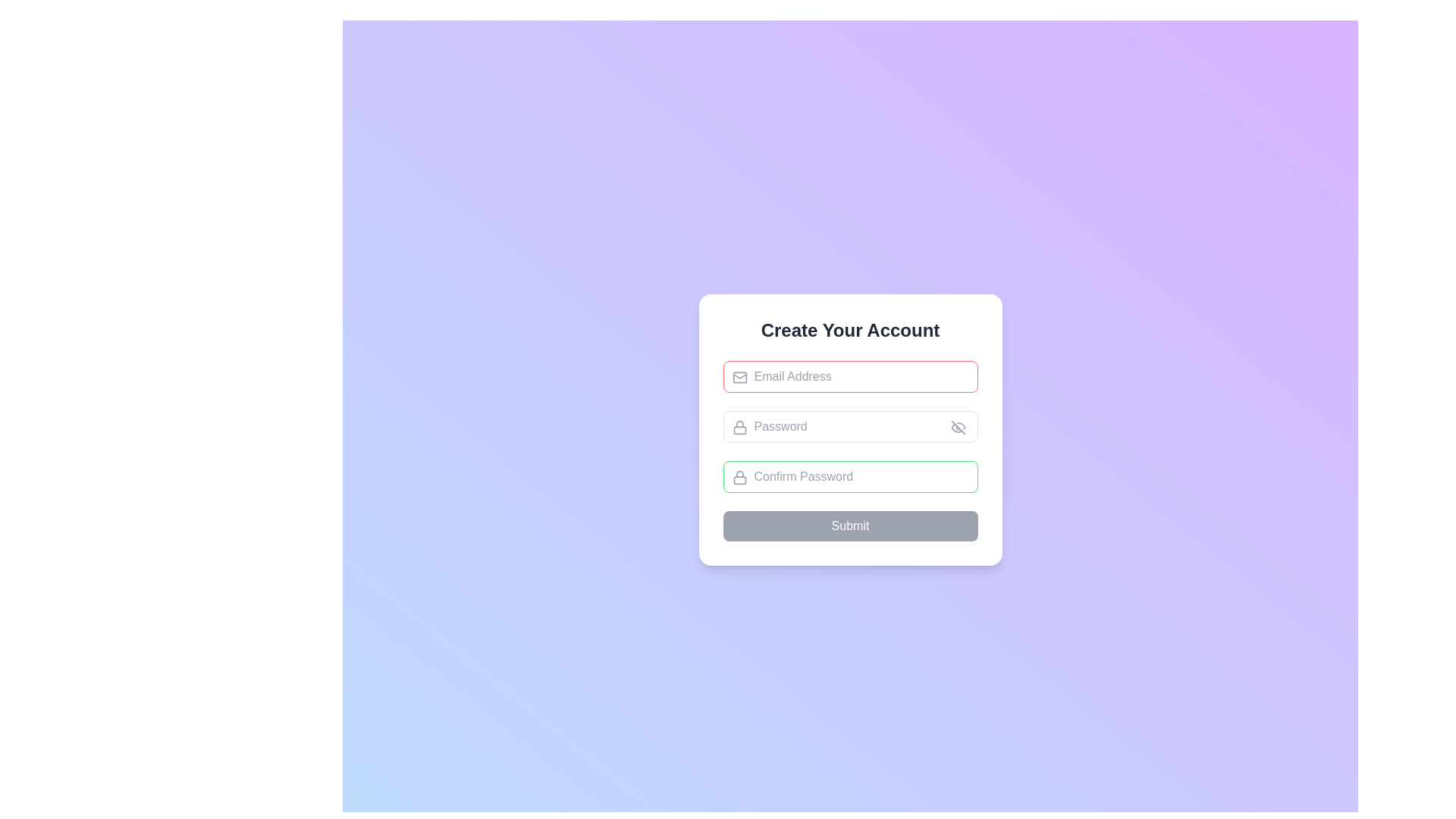 The height and width of the screenshot is (819, 1456). I want to click on the gray lock icon with rounded edges located inside the 'Confirm Password' field, positioned on the far-left side, so click(739, 476).